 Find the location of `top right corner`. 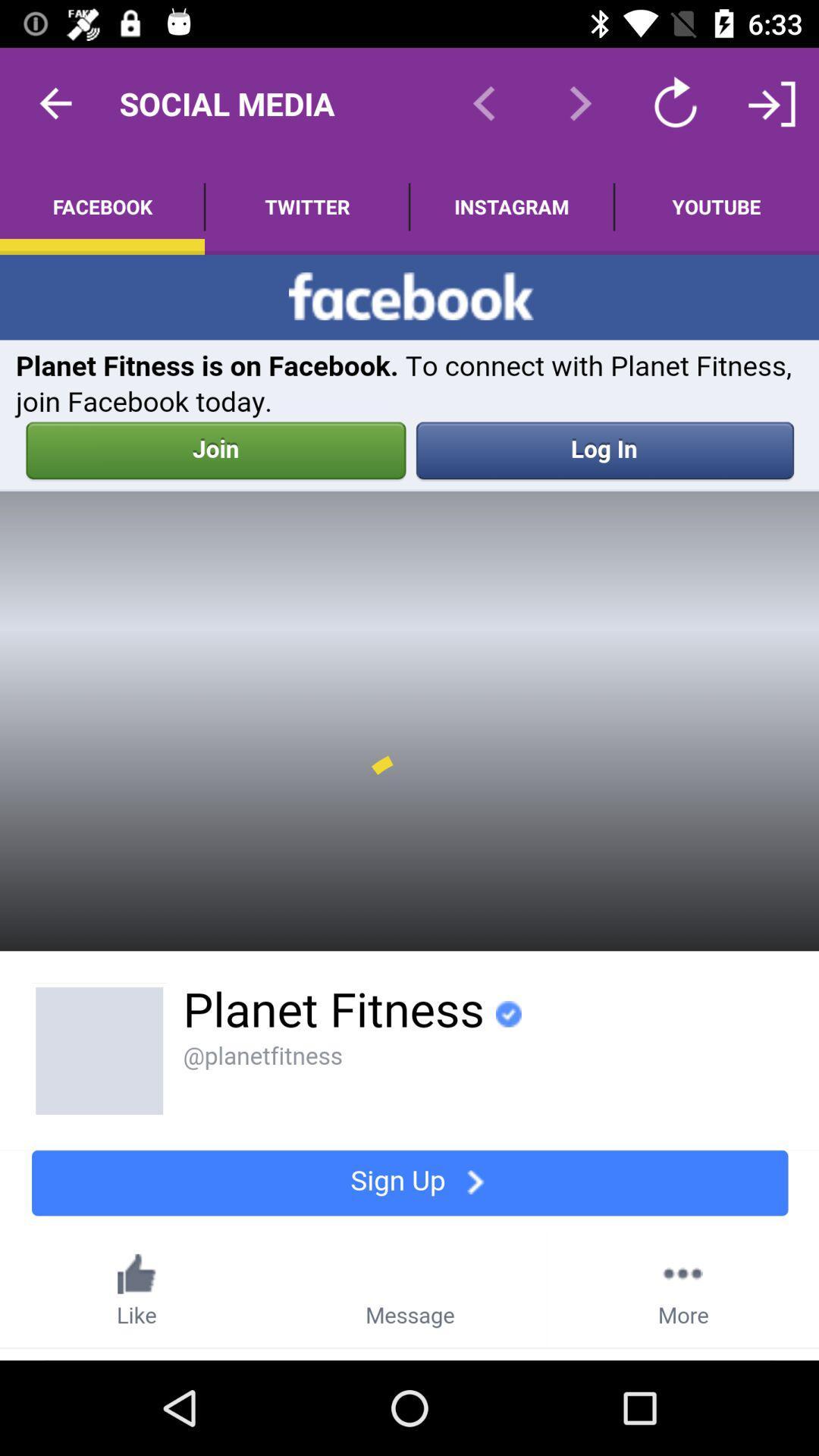

top right corner is located at coordinates (771, 103).